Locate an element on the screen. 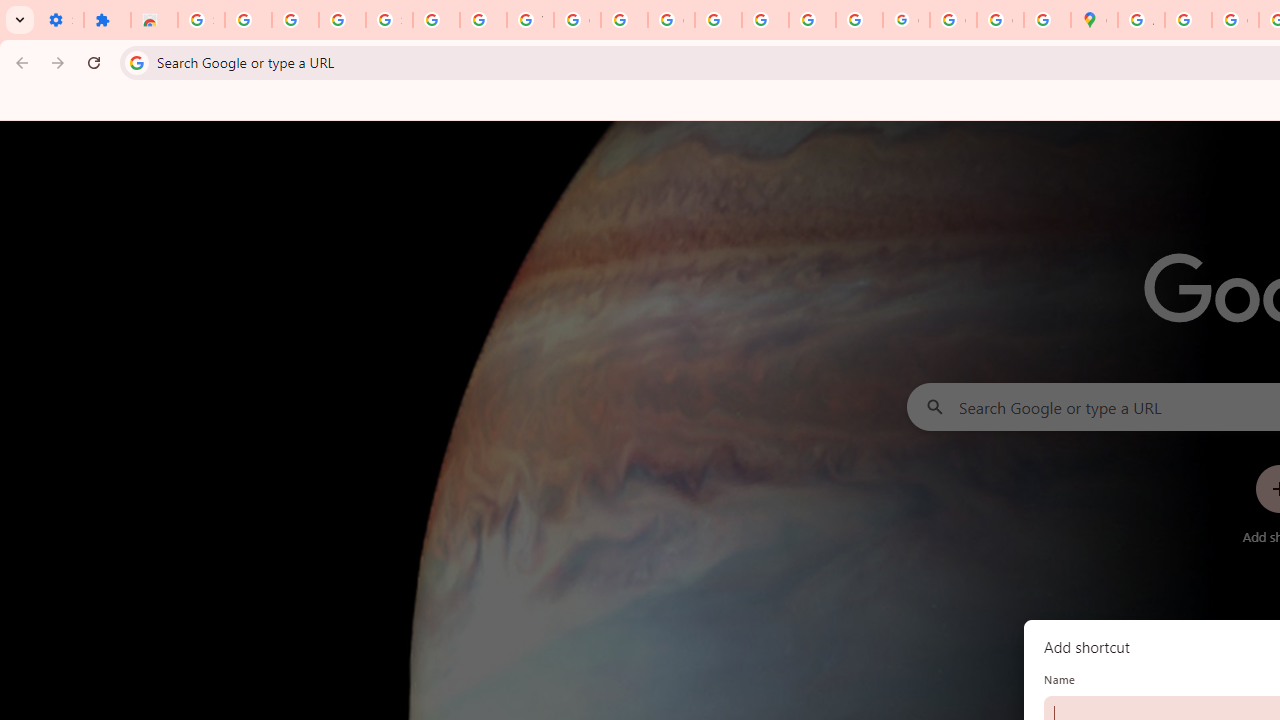  'Google Maps' is located at coordinates (1093, 20).